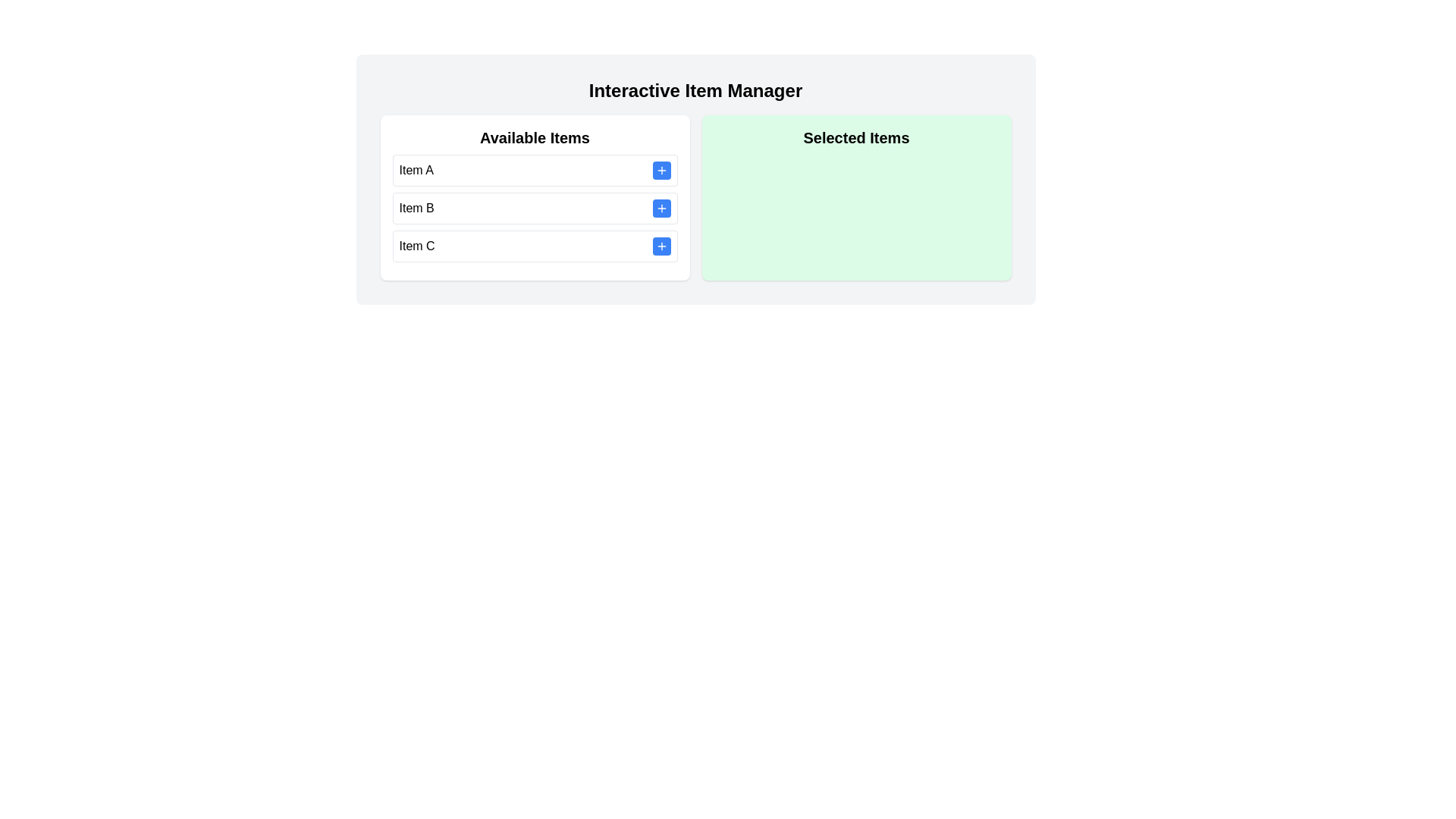 The height and width of the screenshot is (819, 1456). What do you see at coordinates (416, 170) in the screenshot?
I see `the text label displaying 'Item A', which is the first item in the 'Available Items' list, aligned horizontally with a blue '+' button` at bounding box center [416, 170].